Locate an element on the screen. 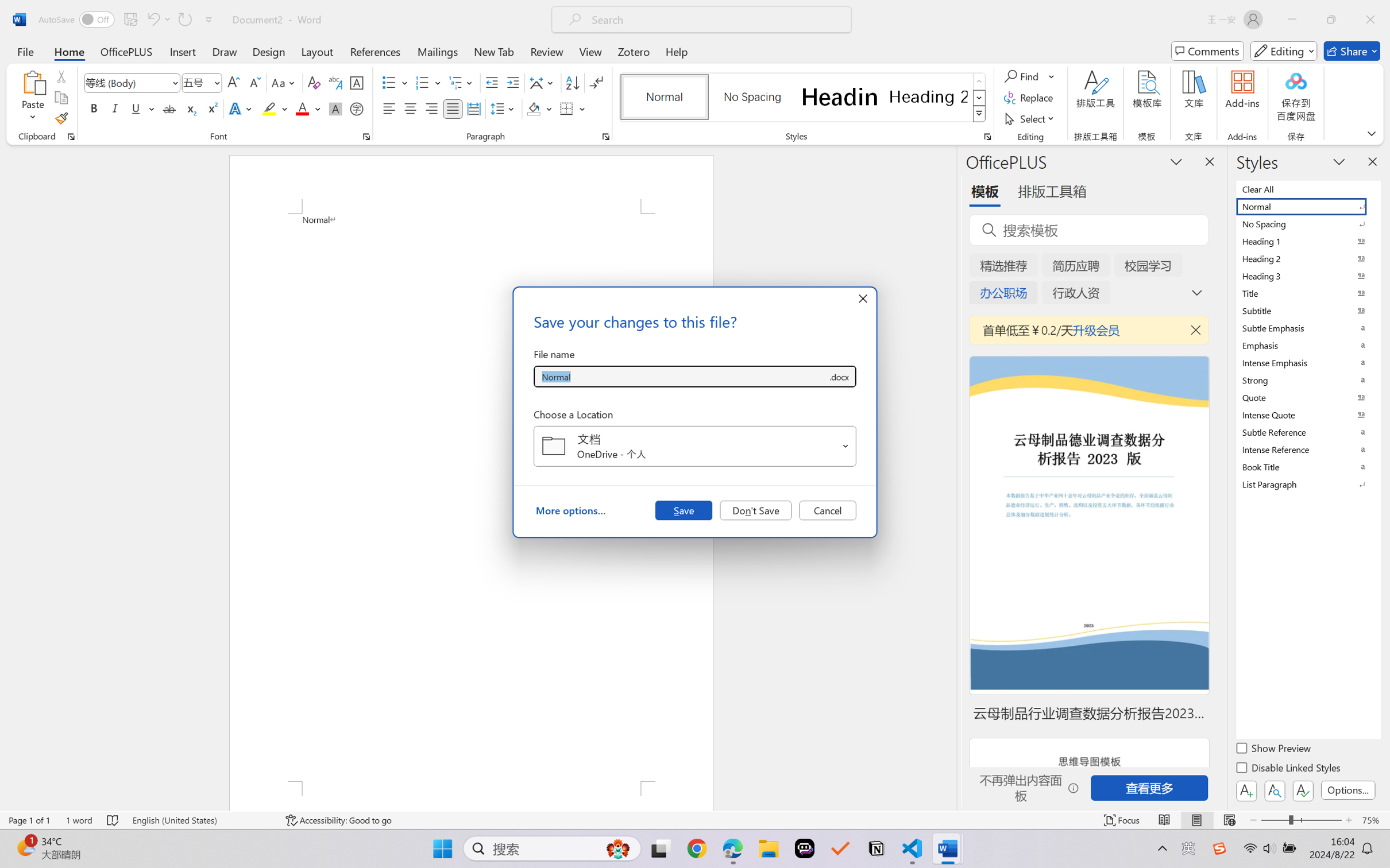 The width and height of the screenshot is (1390, 868). 'Zoom Out' is located at coordinates (1274, 820).